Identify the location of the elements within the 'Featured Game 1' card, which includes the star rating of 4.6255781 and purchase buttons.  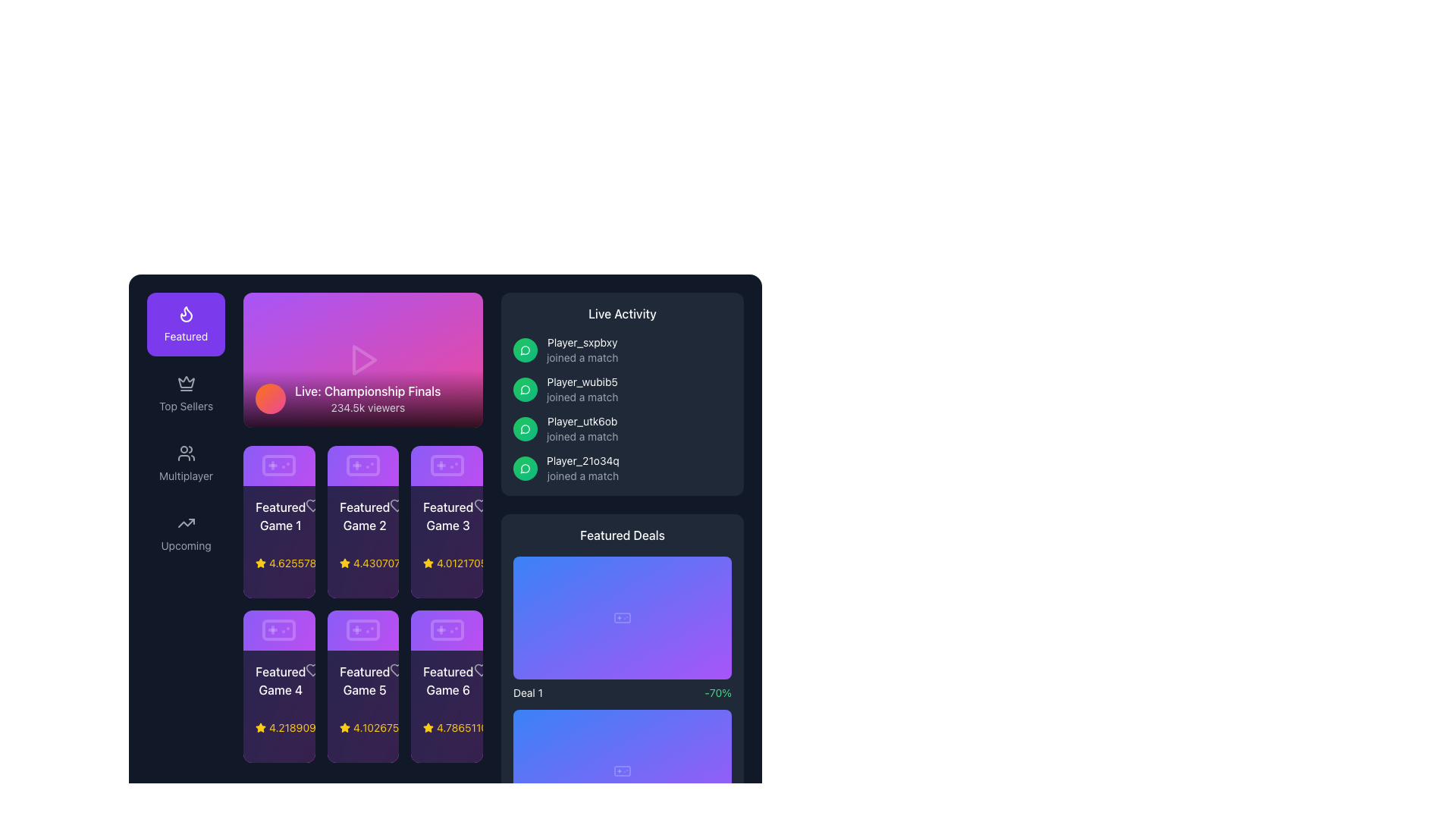
(279, 521).